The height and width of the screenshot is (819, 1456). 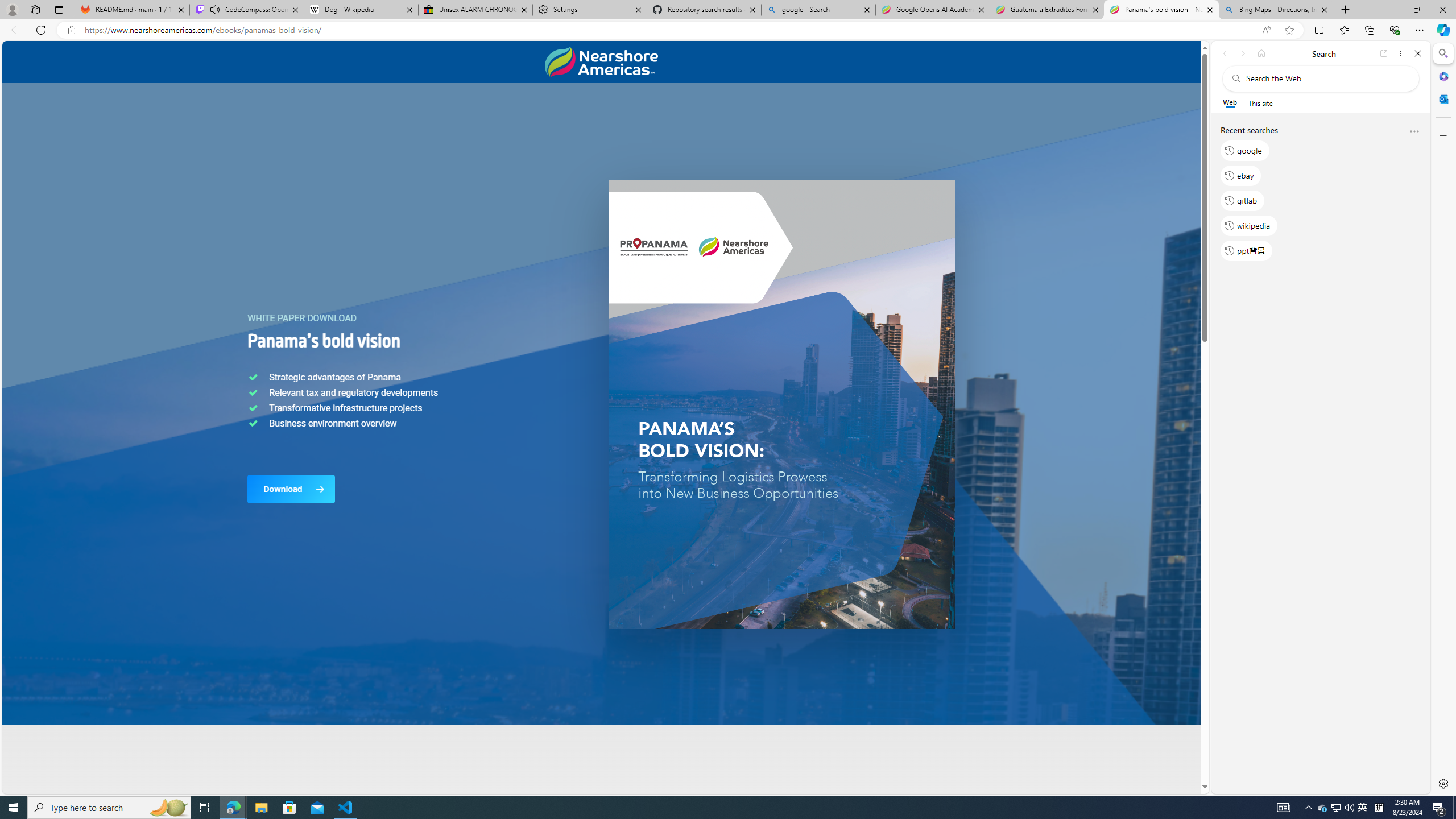 What do you see at coordinates (1442, 135) in the screenshot?
I see `'Customize'` at bounding box center [1442, 135].